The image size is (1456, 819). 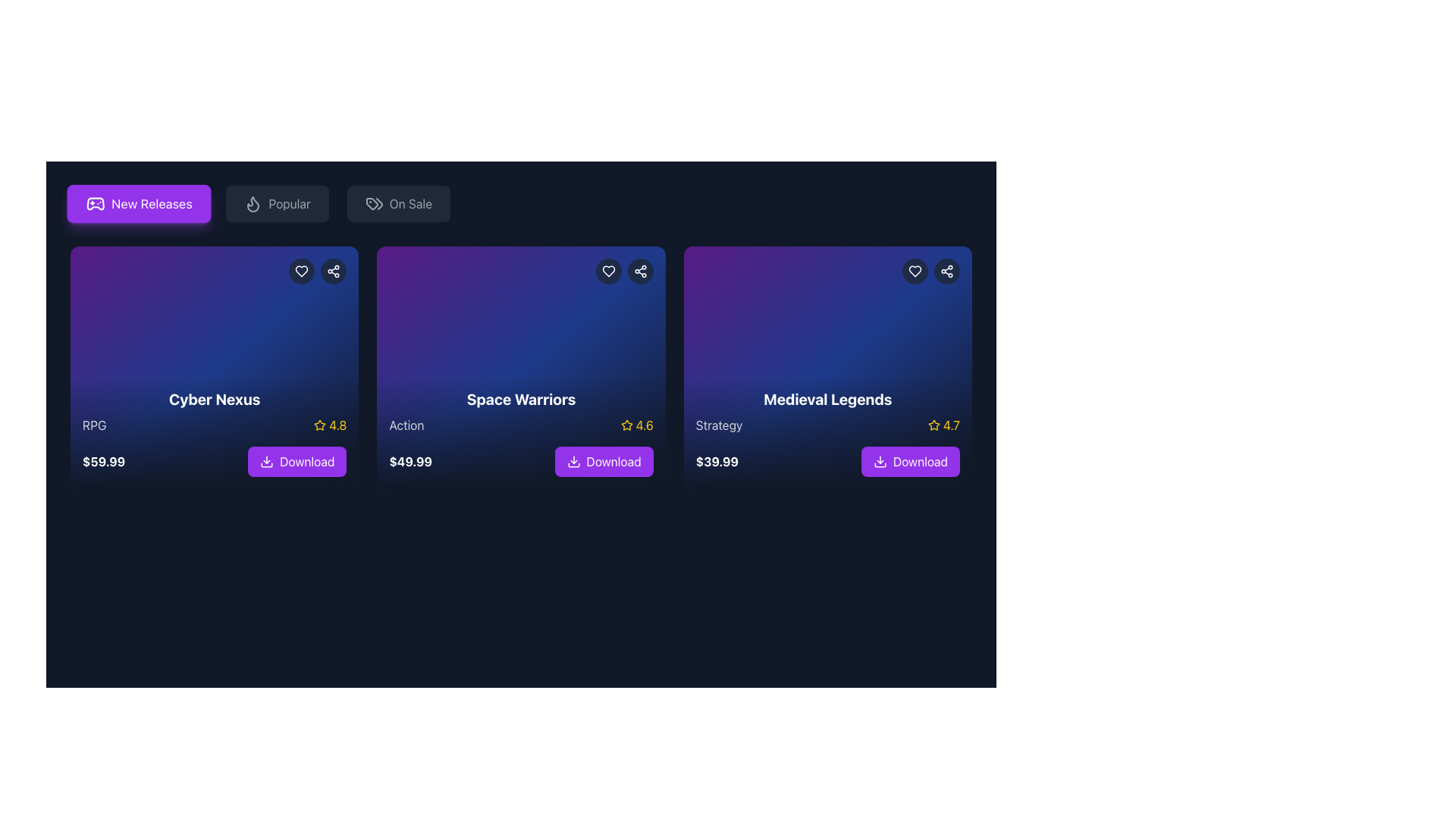 What do you see at coordinates (290, 203) in the screenshot?
I see `the 'Popular' text label within the button` at bounding box center [290, 203].